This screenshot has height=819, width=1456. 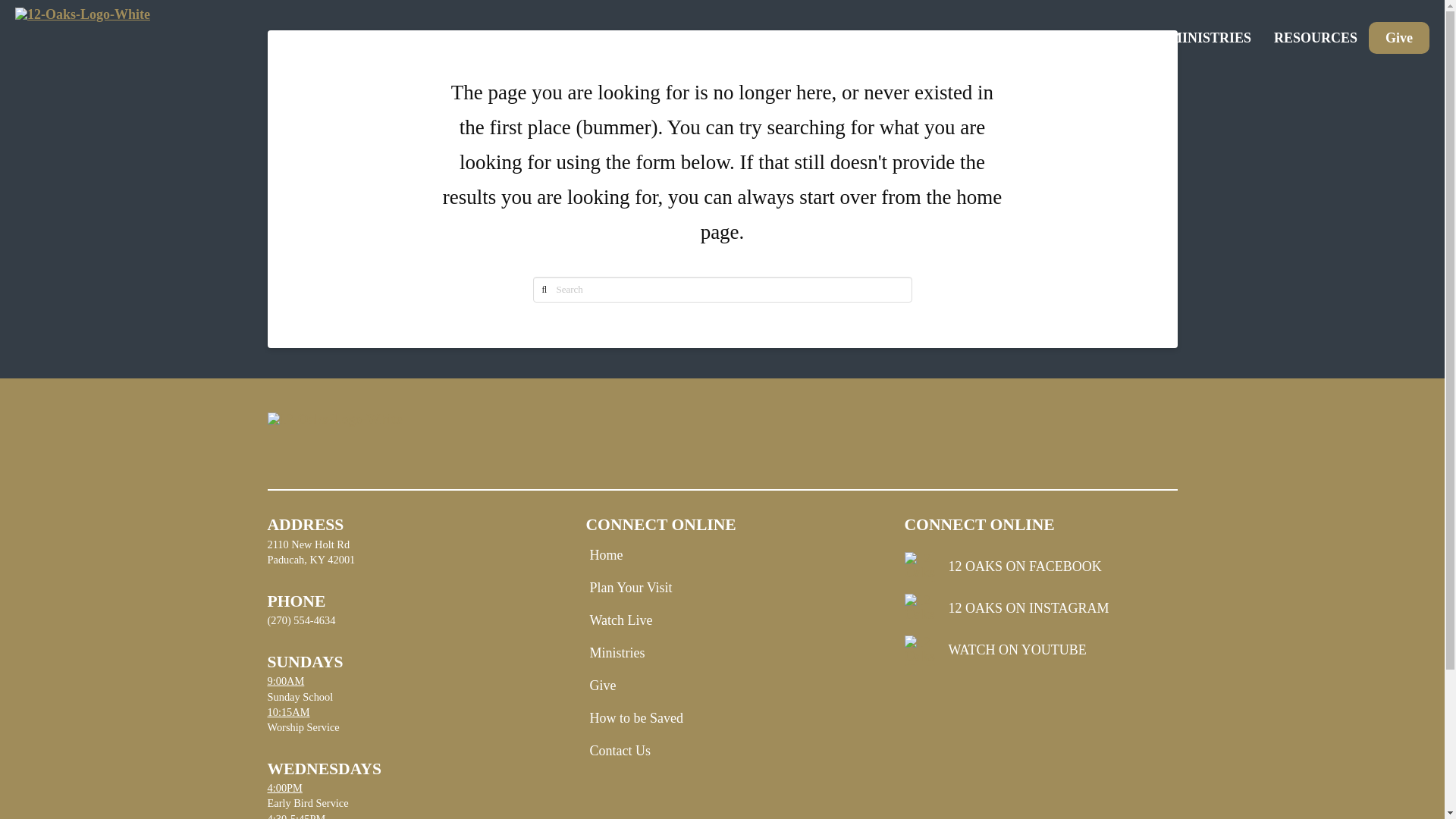 What do you see at coordinates (997, 37) in the screenshot?
I see `'WEEKLY GATHERINGS'` at bounding box center [997, 37].